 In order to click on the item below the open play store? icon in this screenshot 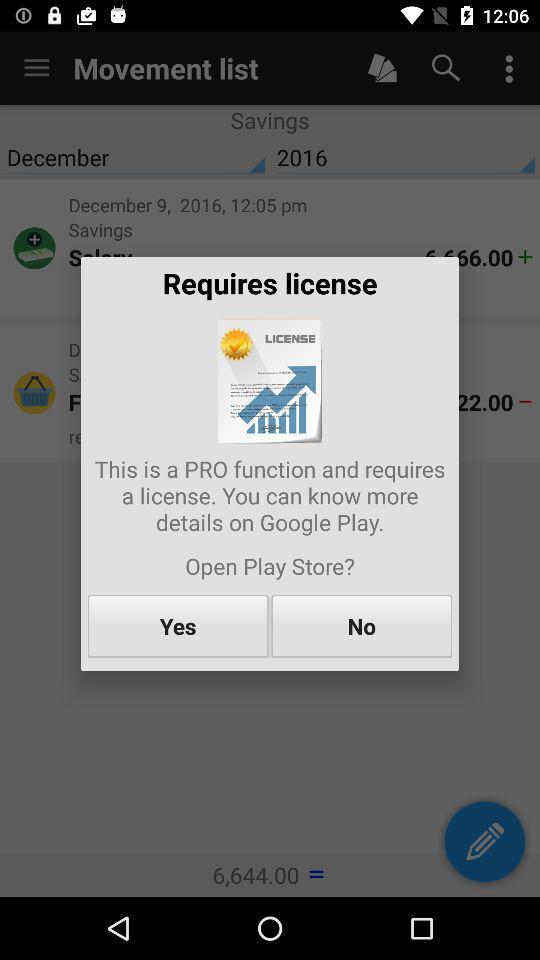, I will do `click(360, 625)`.